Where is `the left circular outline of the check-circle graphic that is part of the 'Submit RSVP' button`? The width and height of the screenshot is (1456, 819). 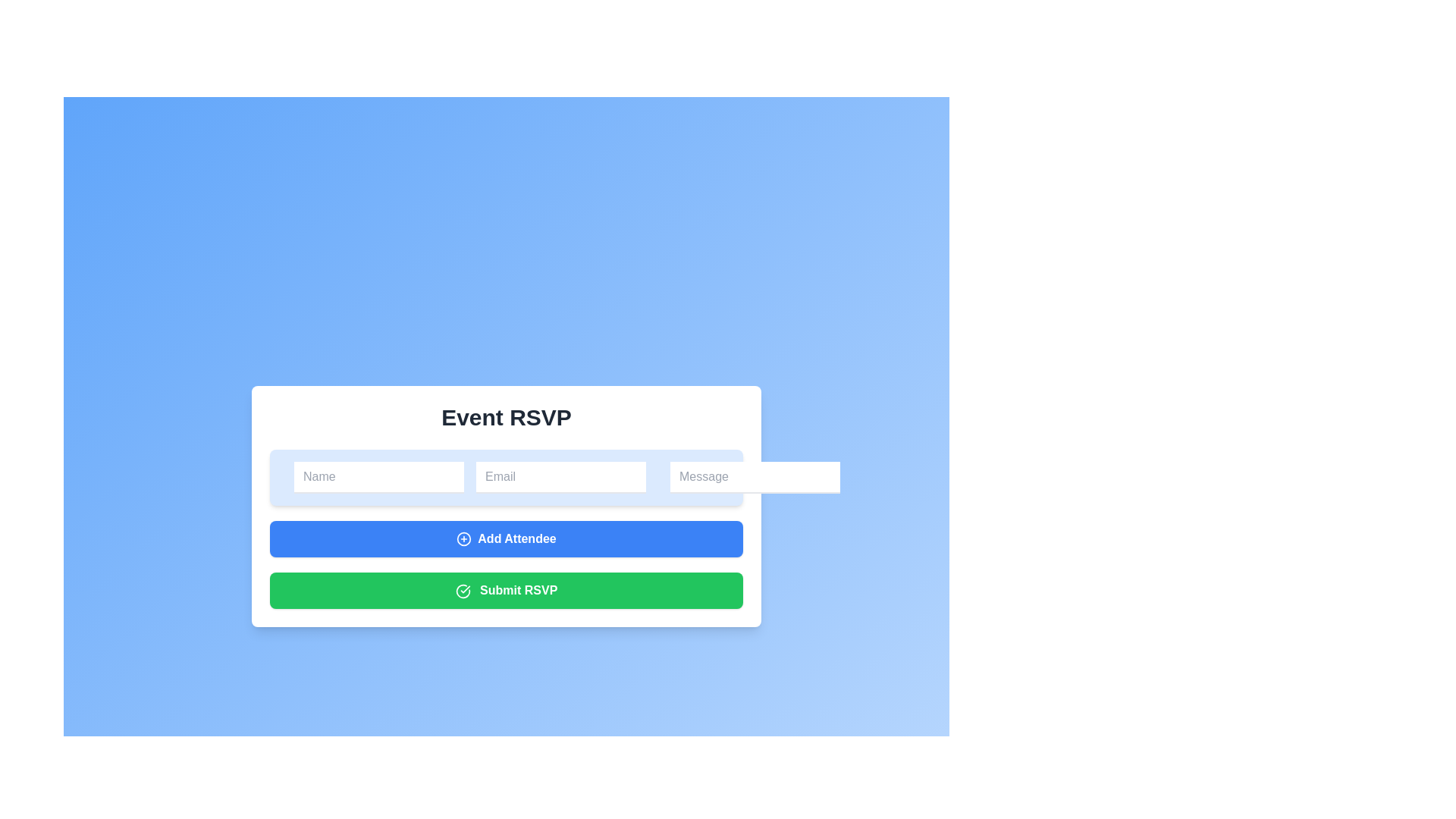
the left circular outline of the check-circle graphic that is part of the 'Submit RSVP' button is located at coordinates (462, 590).